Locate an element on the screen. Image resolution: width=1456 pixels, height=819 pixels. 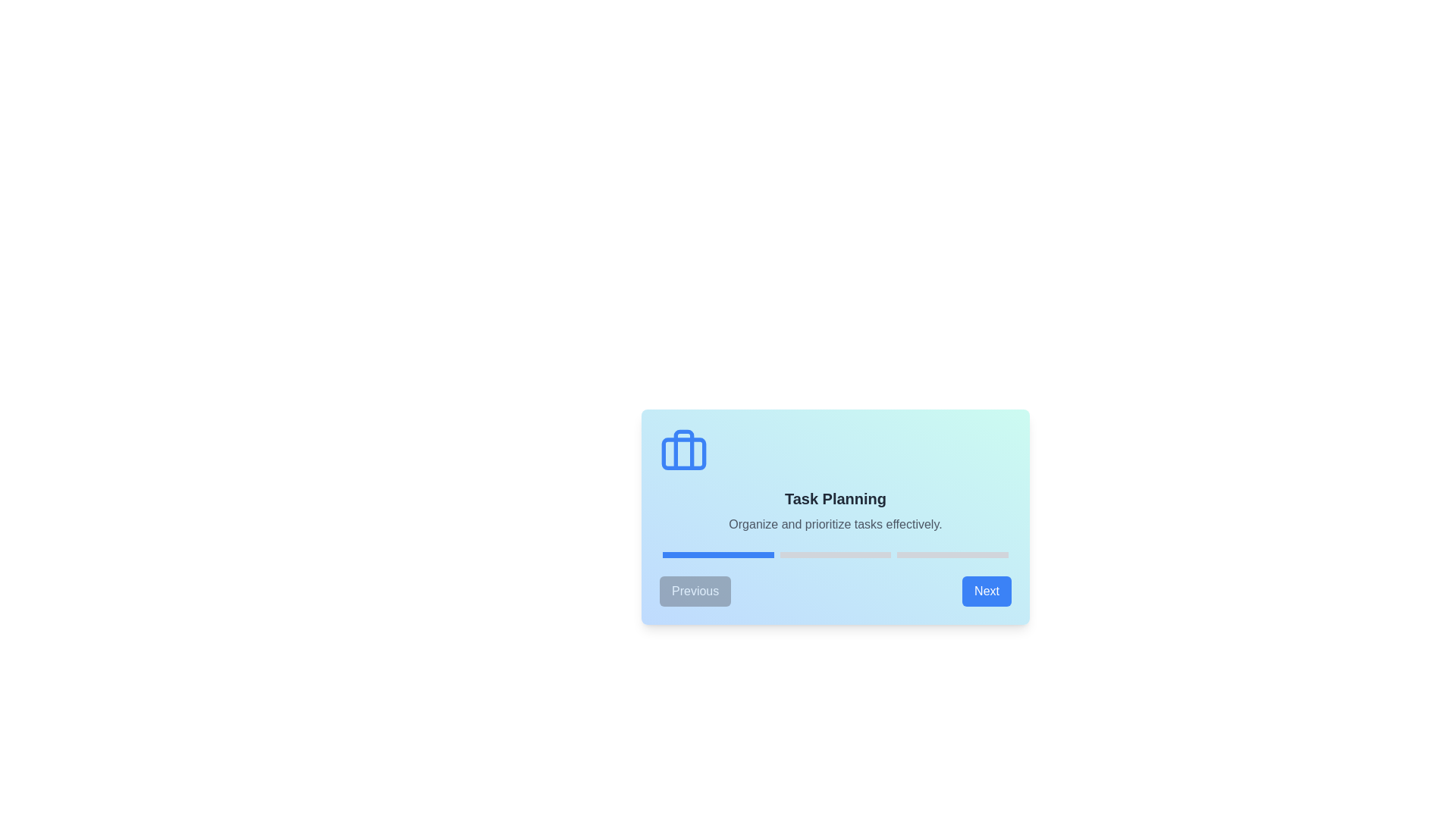
the 'Previous' button to navigate to the previous step is located at coordinates (695, 590).